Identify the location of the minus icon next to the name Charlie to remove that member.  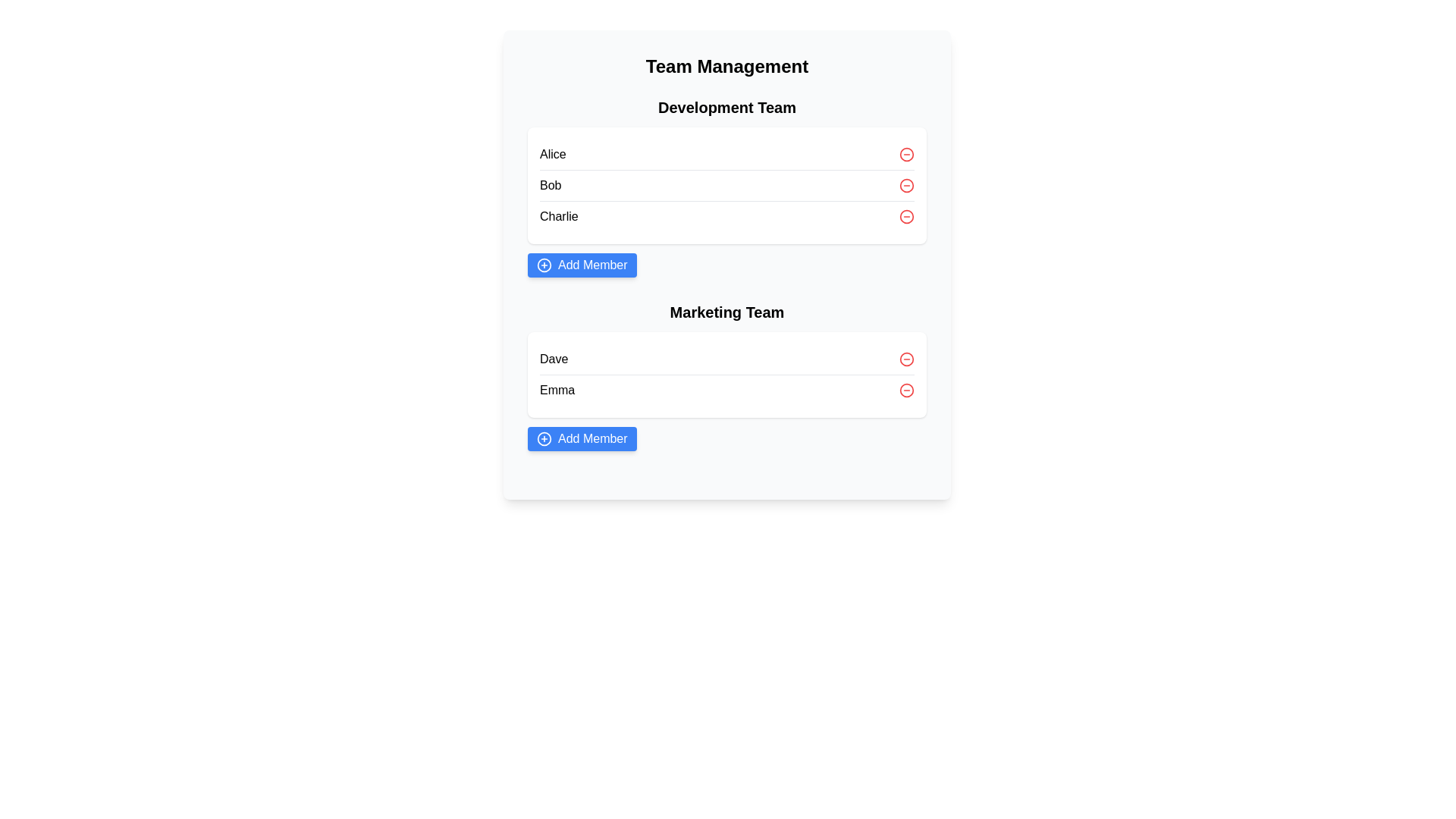
(906, 216).